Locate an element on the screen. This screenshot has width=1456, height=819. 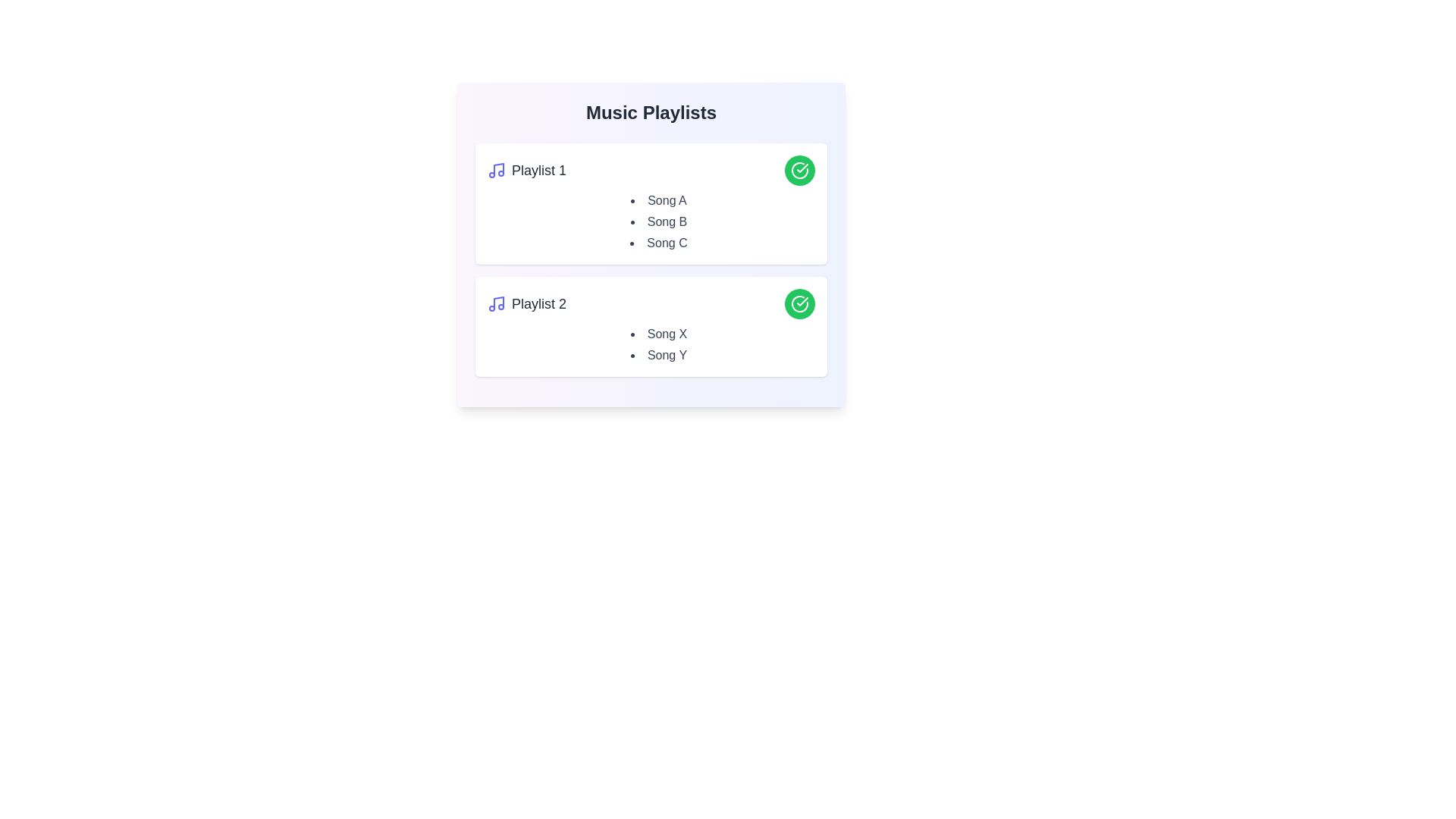
the song Song X to observe its hover effect is located at coordinates (658, 333).